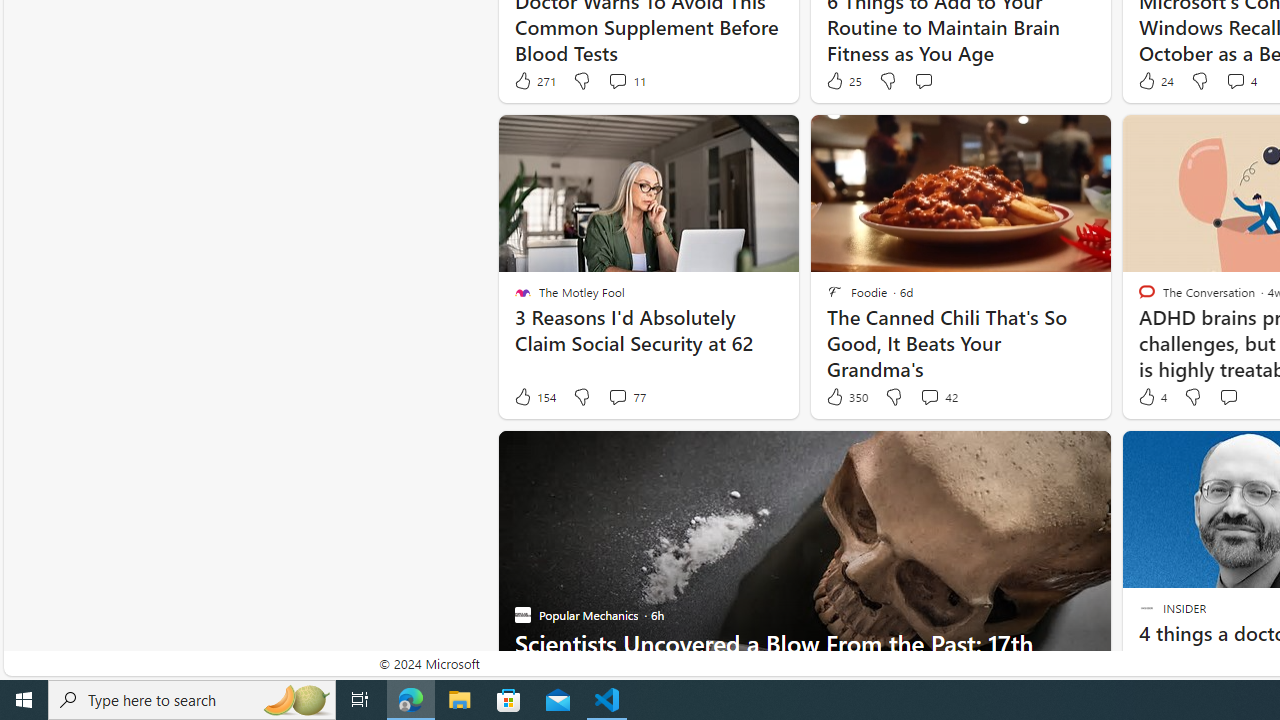 The width and height of the screenshot is (1280, 720). Describe the element at coordinates (843, 80) in the screenshot. I see `'25 Like'` at that location.